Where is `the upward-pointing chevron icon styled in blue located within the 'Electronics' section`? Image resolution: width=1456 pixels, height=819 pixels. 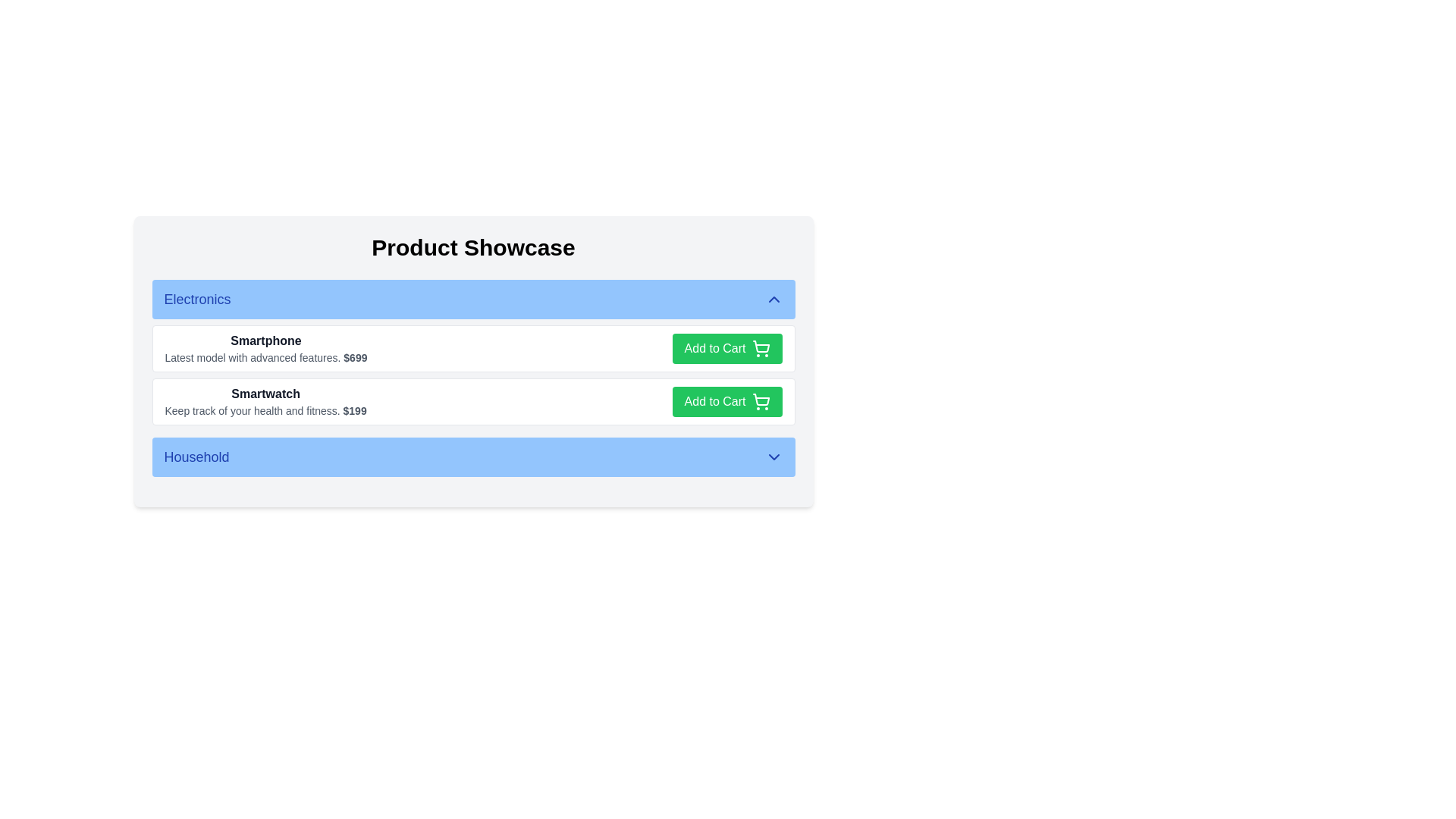
the upward-pointing chevron icon styled in blue located within the 'Electronics' section is located at coordinates (773, 299).